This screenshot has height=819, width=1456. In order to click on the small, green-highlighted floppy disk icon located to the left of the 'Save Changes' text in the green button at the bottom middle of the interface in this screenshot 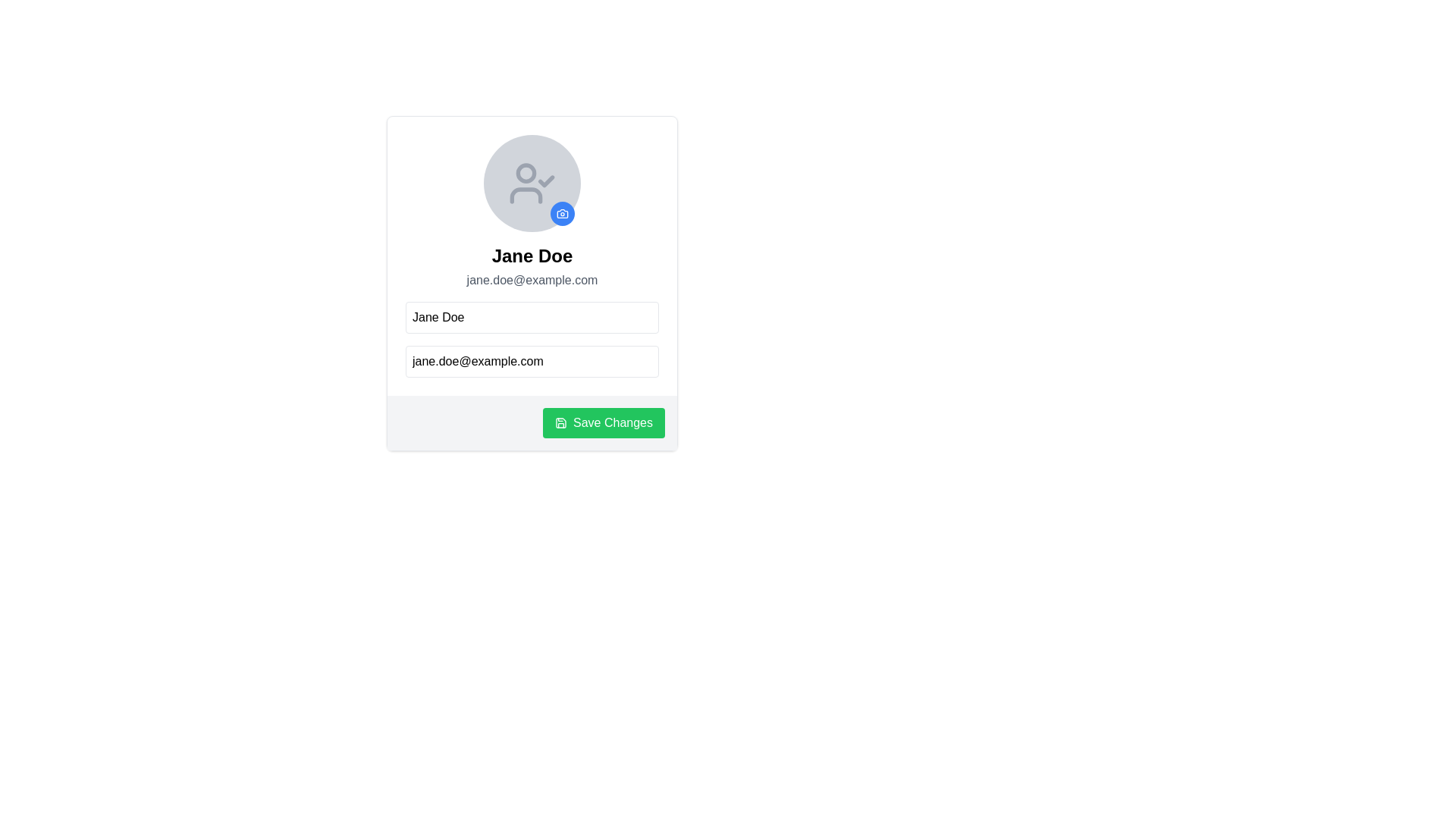, I will do `click(560, 423)`.